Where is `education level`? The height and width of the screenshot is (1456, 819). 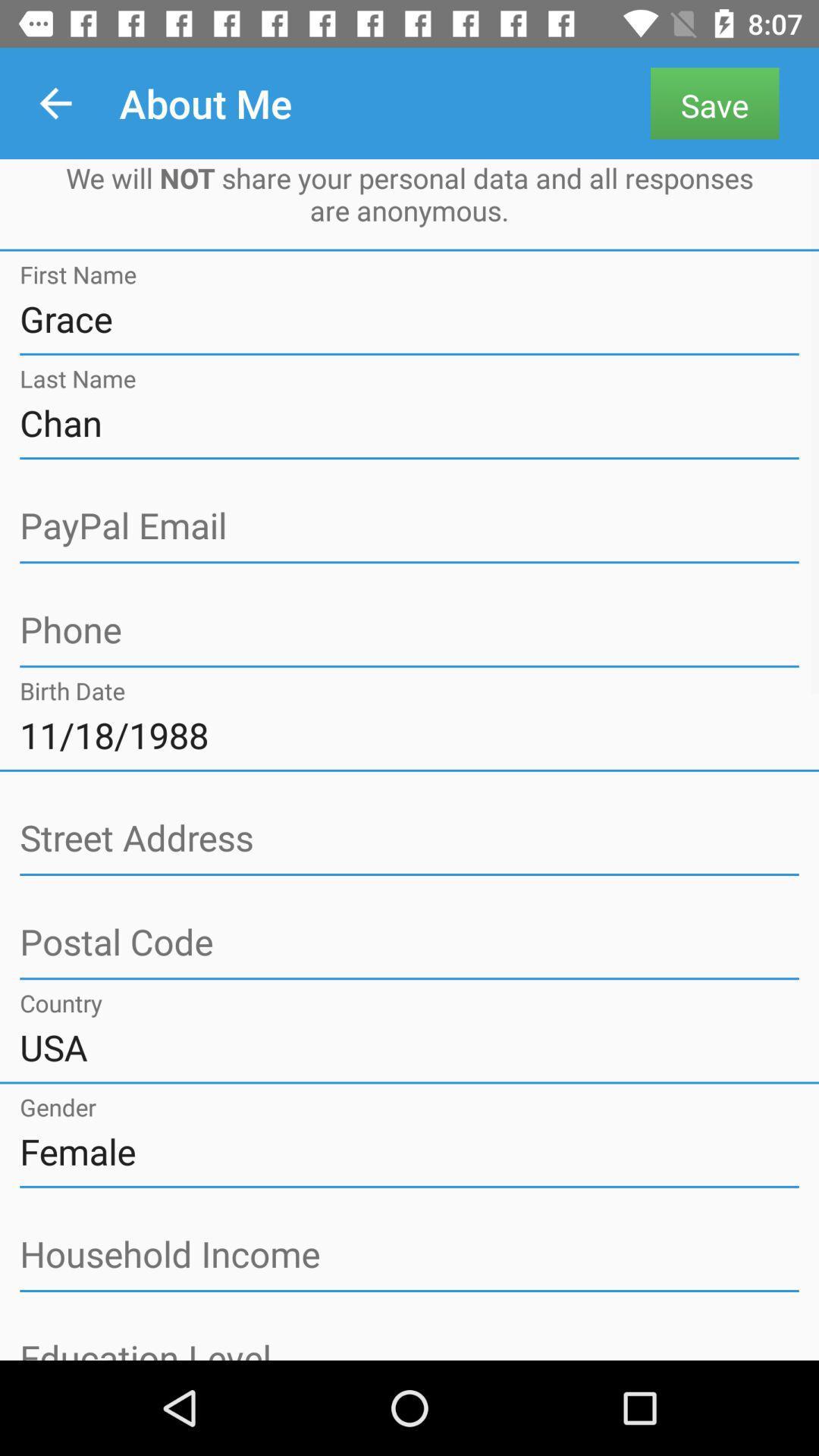 education level is located at coordinates (409, 1348).